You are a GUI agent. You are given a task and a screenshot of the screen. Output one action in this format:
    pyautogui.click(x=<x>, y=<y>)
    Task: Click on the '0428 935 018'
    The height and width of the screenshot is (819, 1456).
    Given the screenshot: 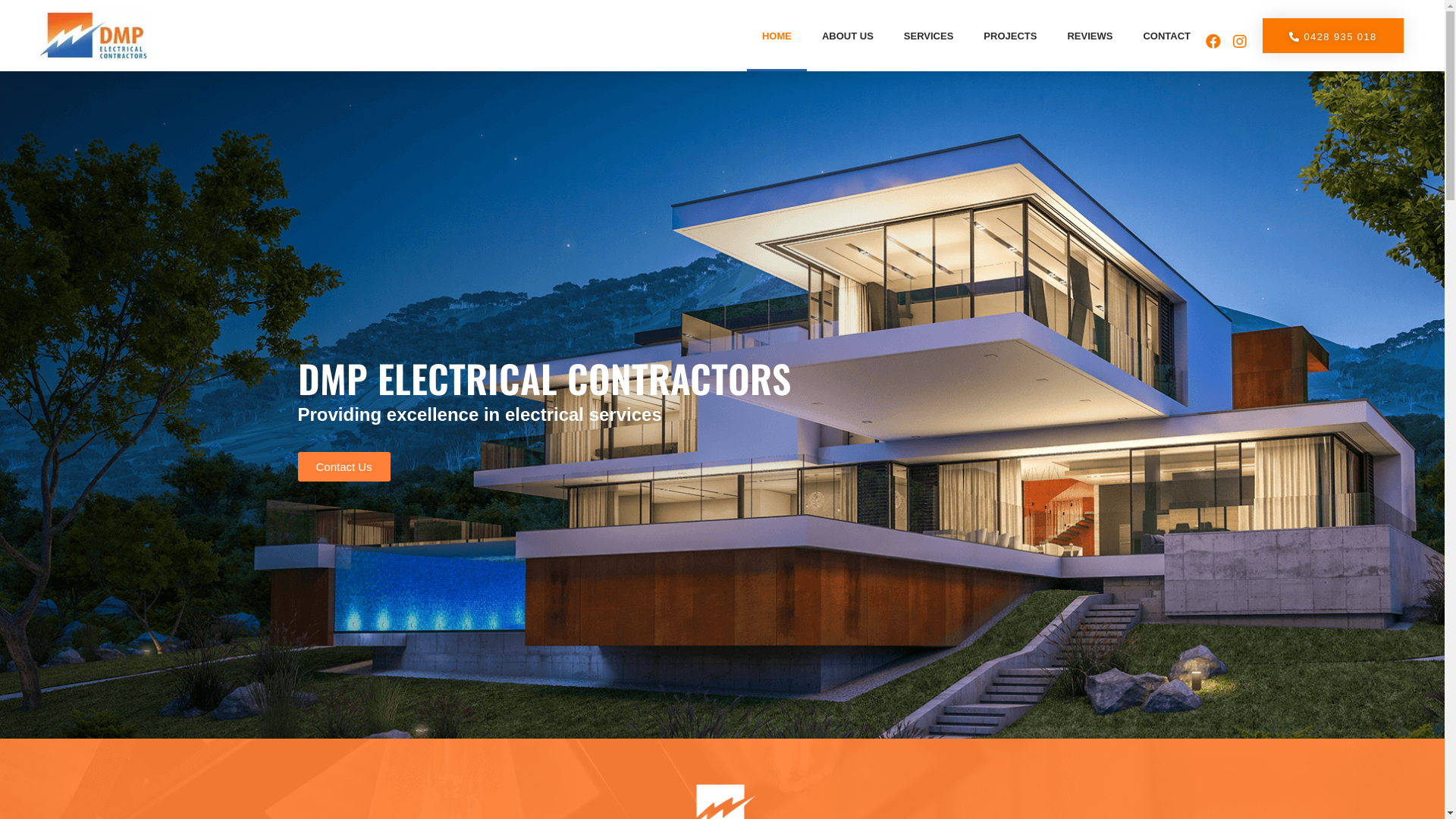 What is the action you would take?
    pyautogui.click(x=1332, y=34)
    